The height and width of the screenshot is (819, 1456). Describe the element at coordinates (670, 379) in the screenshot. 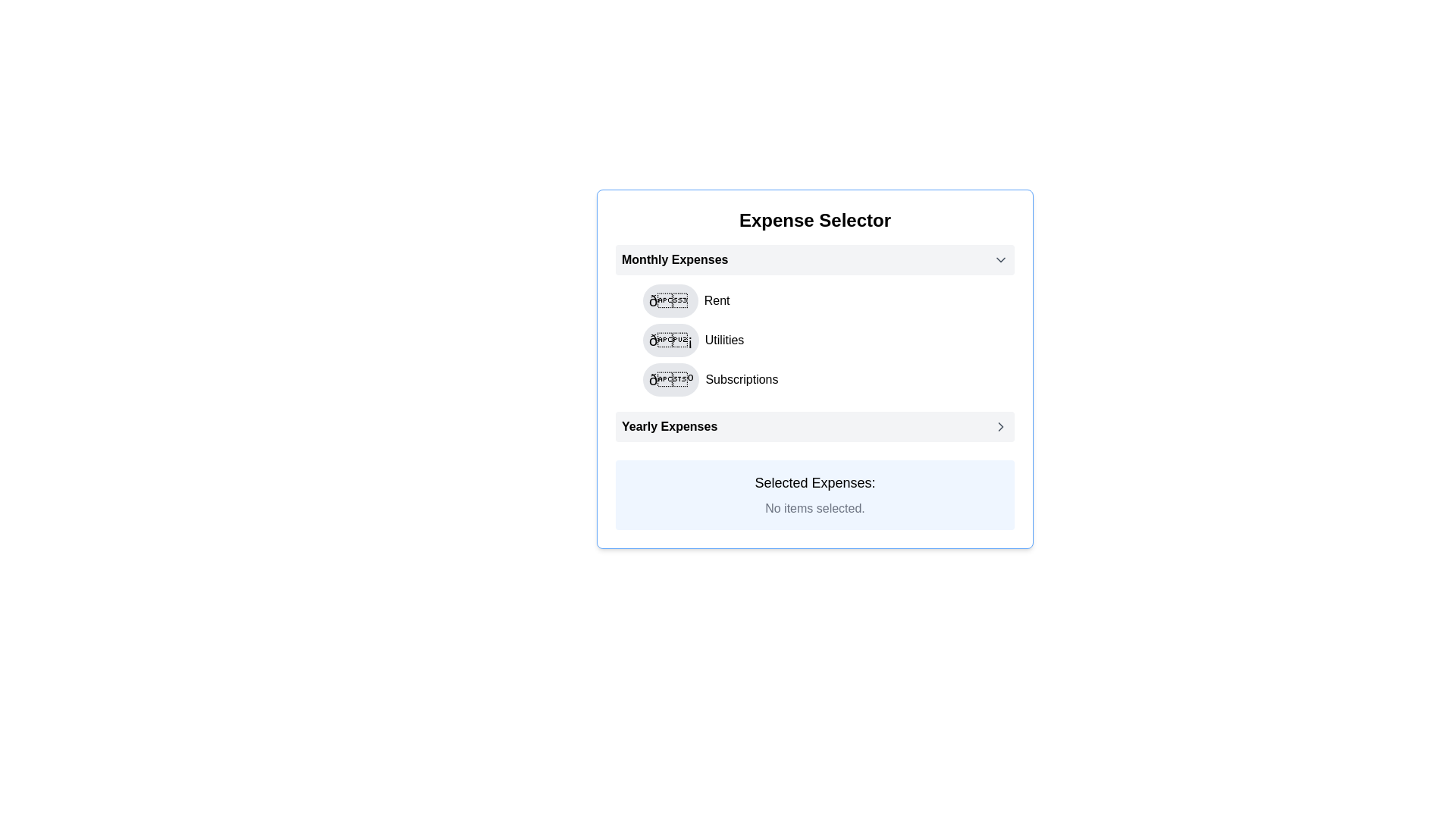

I see `the button with a gray background and an emoji (📒) located in the third row under 'Monthly Expenses', to the left of 'Subscriptions'` at that location.